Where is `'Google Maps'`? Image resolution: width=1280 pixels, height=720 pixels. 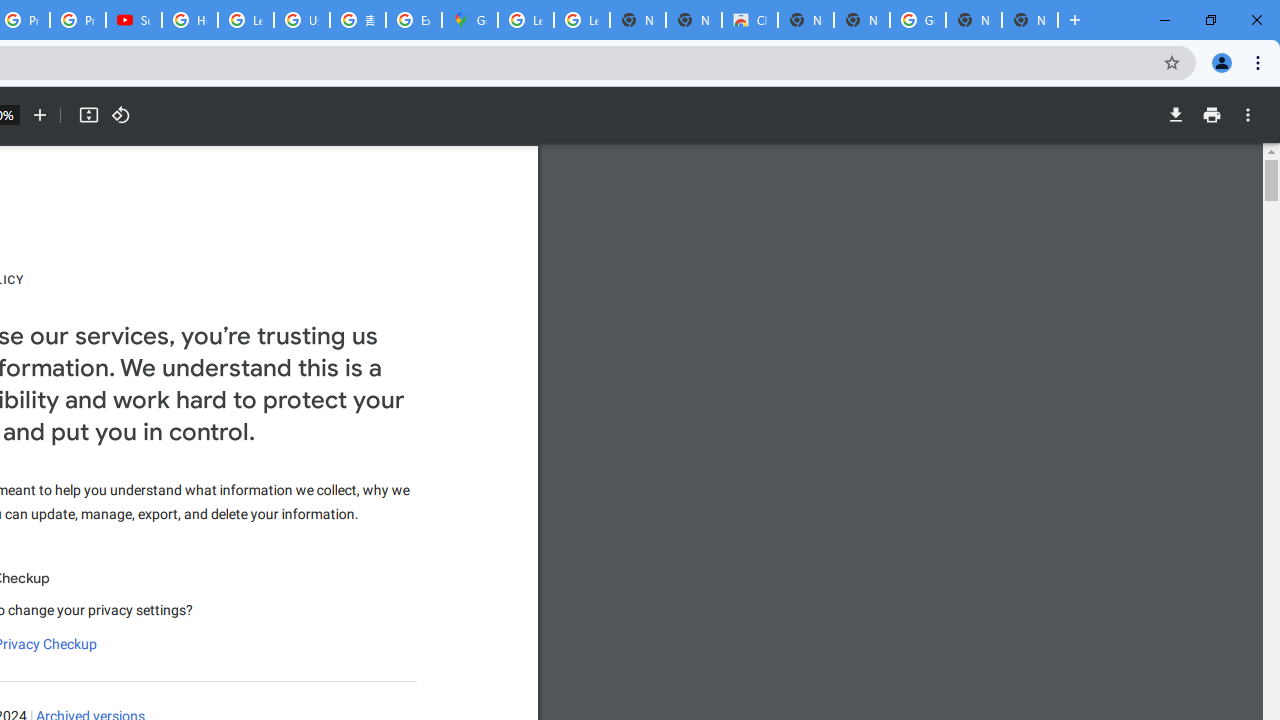 'Google Maps' is located at coordinates (468, 20).